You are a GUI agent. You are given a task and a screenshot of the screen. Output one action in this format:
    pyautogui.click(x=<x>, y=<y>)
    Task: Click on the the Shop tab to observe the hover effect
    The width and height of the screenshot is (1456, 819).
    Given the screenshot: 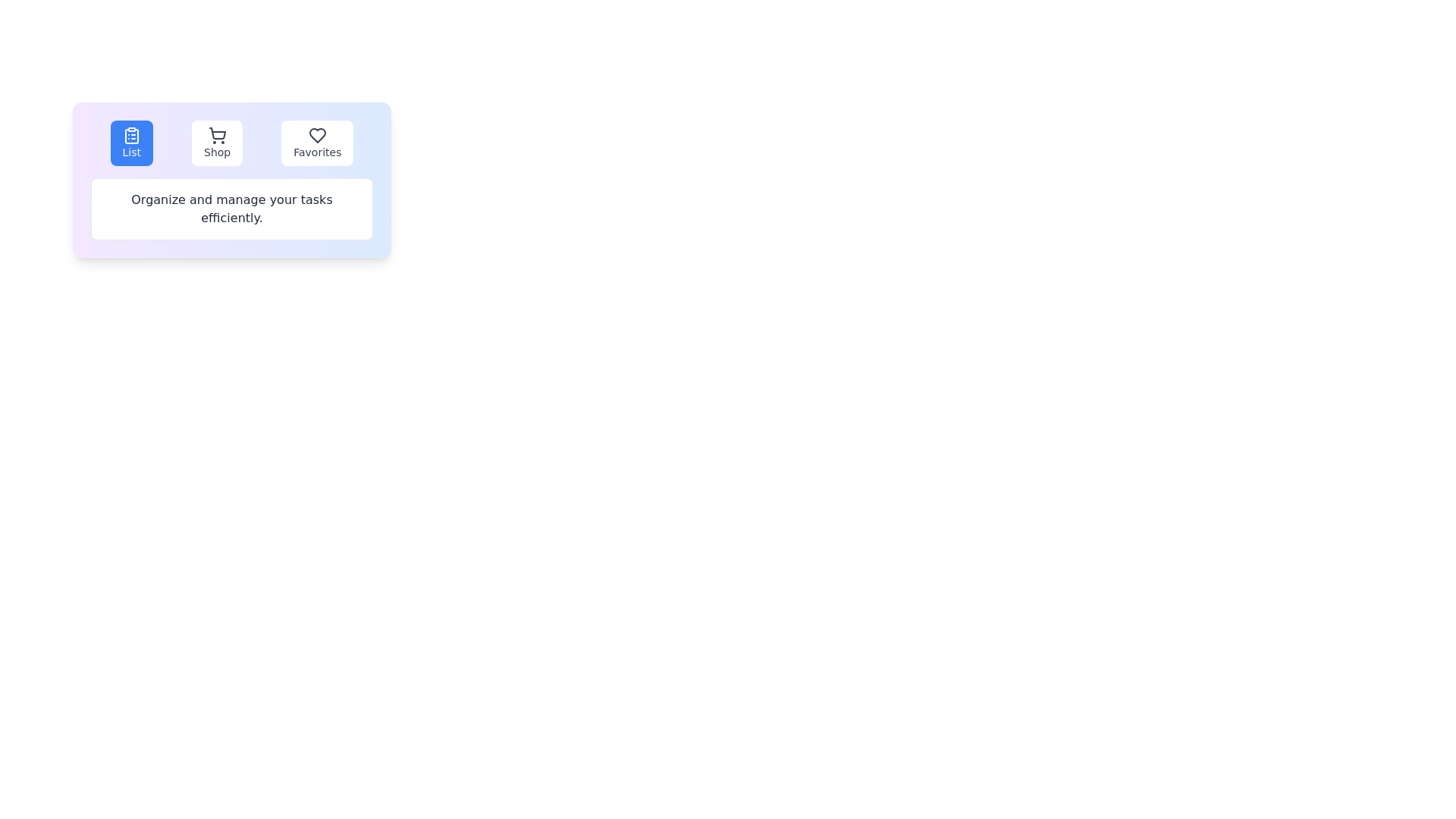 What is the action you would take?
    pyautogui.click(x=216, y=143)
    